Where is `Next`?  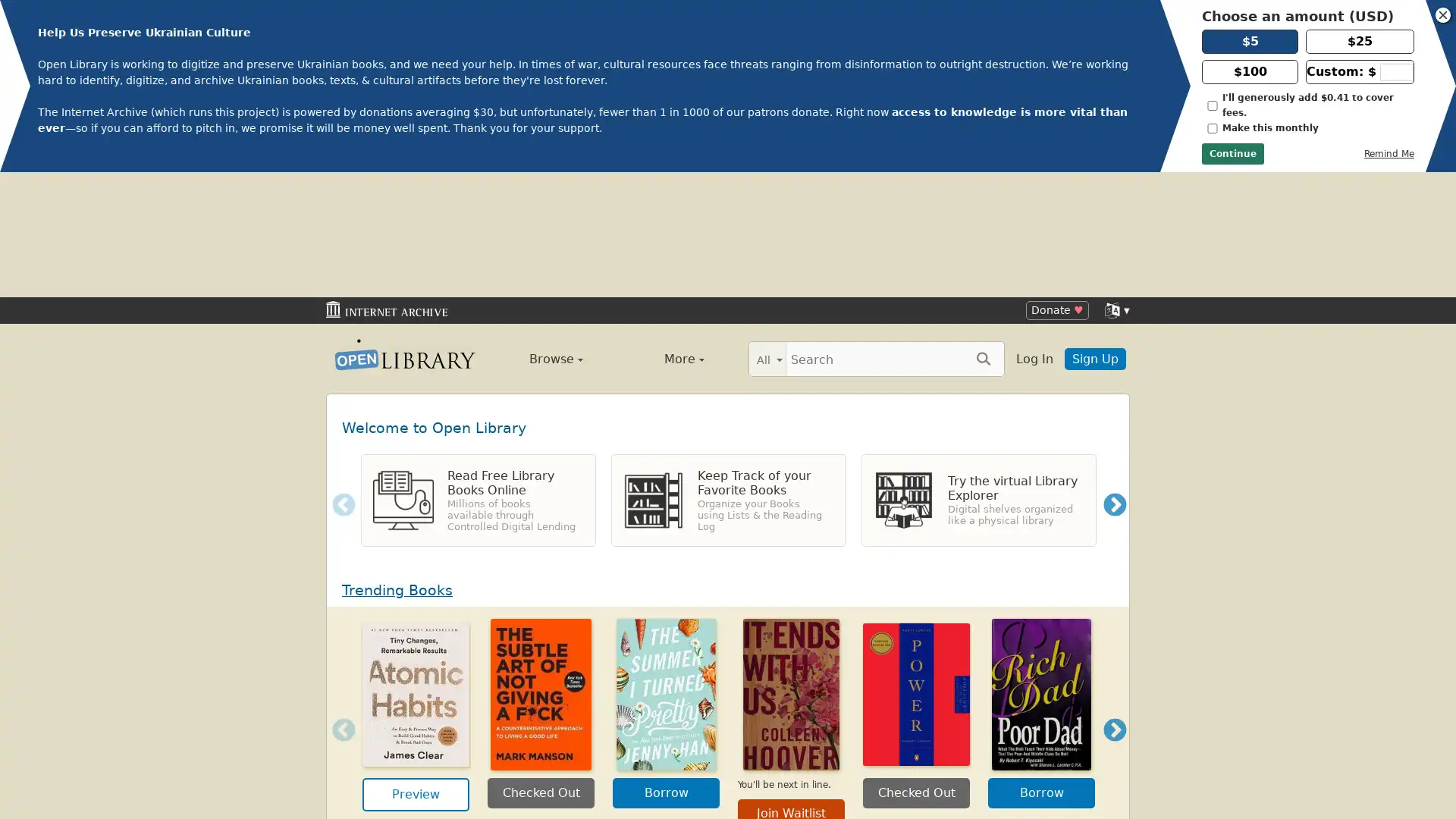
Next is located at coordinates (1115, 379).